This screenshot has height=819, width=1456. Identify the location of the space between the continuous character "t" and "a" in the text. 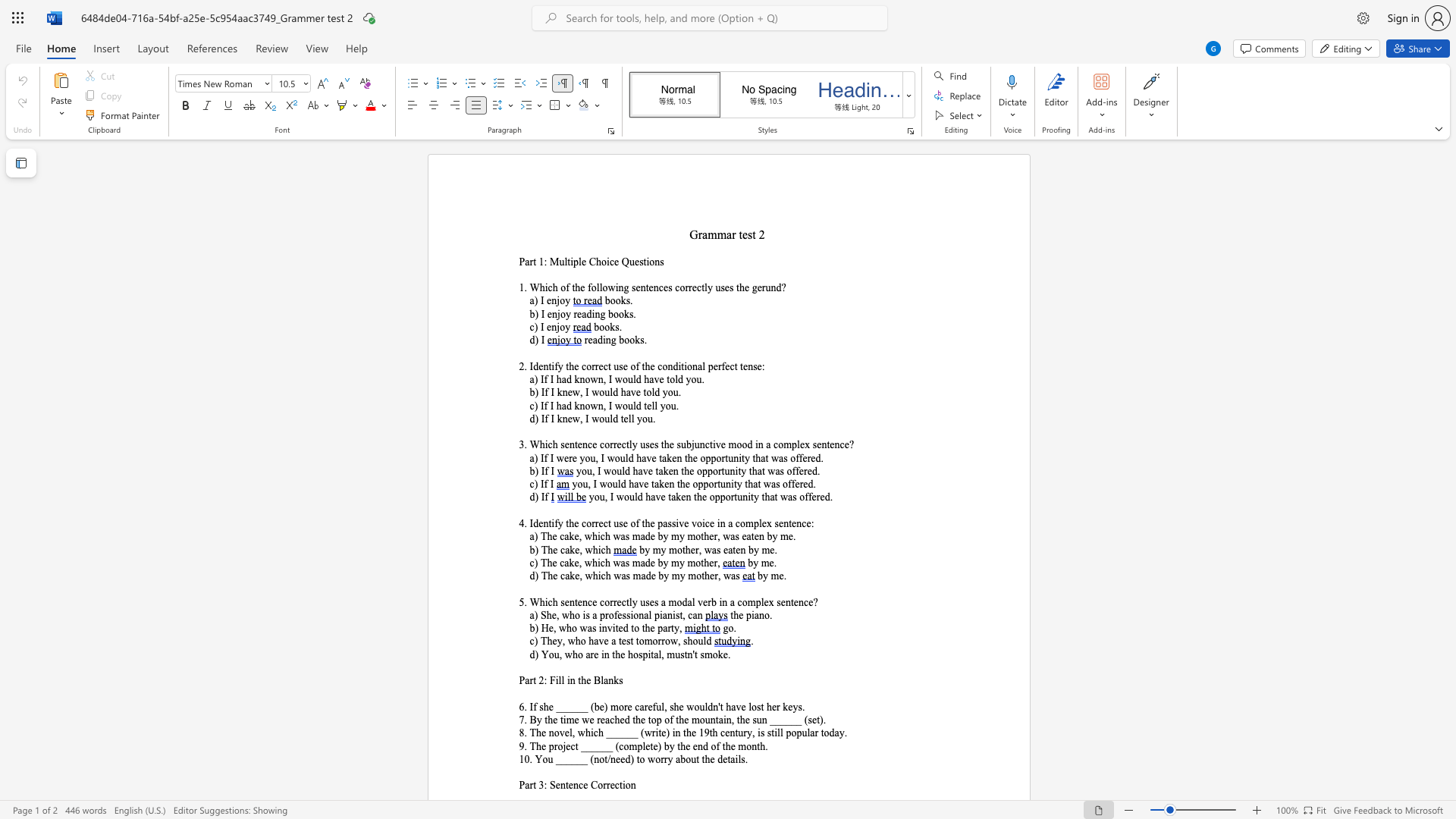
(654, 654).